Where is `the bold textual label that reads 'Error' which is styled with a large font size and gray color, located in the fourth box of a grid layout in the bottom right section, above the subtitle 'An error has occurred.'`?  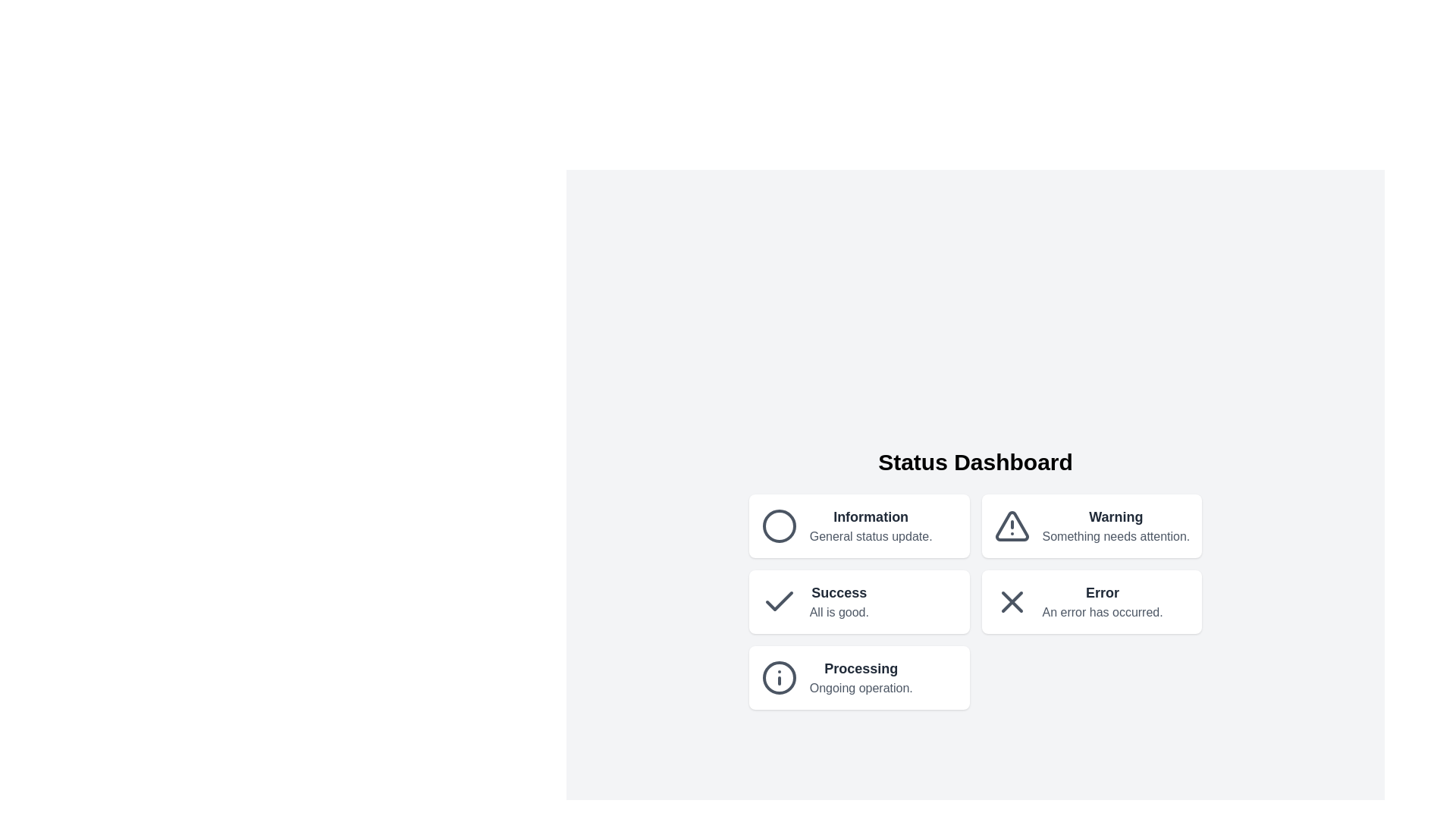
the bold textual label that reads 'Error' which is styled with a large font size and gray color, located in the fourth box of a grid layout in the bottom right section, above the subtitle 'An error has occurred.' is located at coordinates (1103, 592).